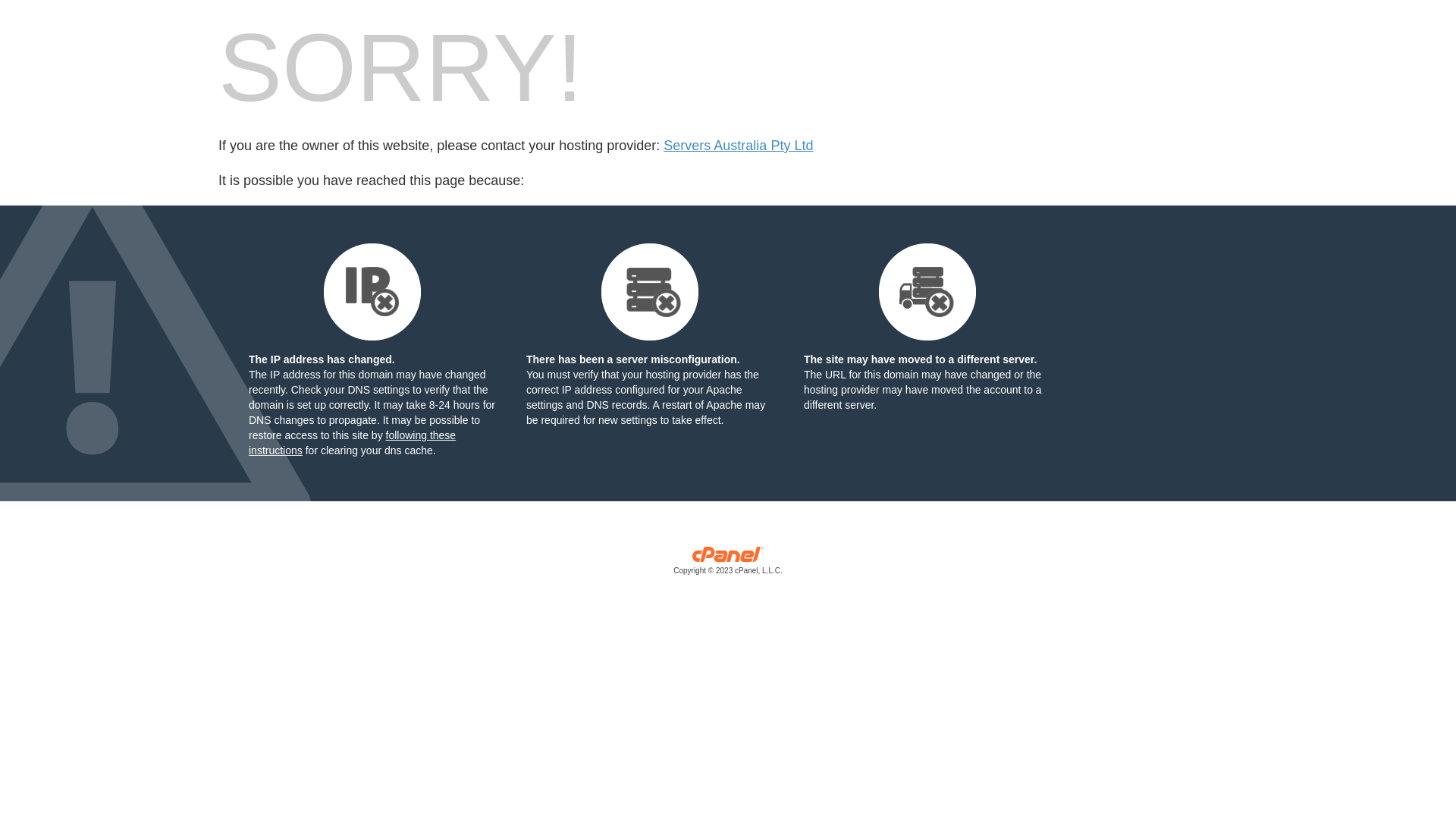 This screenshot has width=1456, height=819. Describe the element at coordinates (738, 146) in the screenshot. I see `'Servers Australia Pty Ltd'` at that location.